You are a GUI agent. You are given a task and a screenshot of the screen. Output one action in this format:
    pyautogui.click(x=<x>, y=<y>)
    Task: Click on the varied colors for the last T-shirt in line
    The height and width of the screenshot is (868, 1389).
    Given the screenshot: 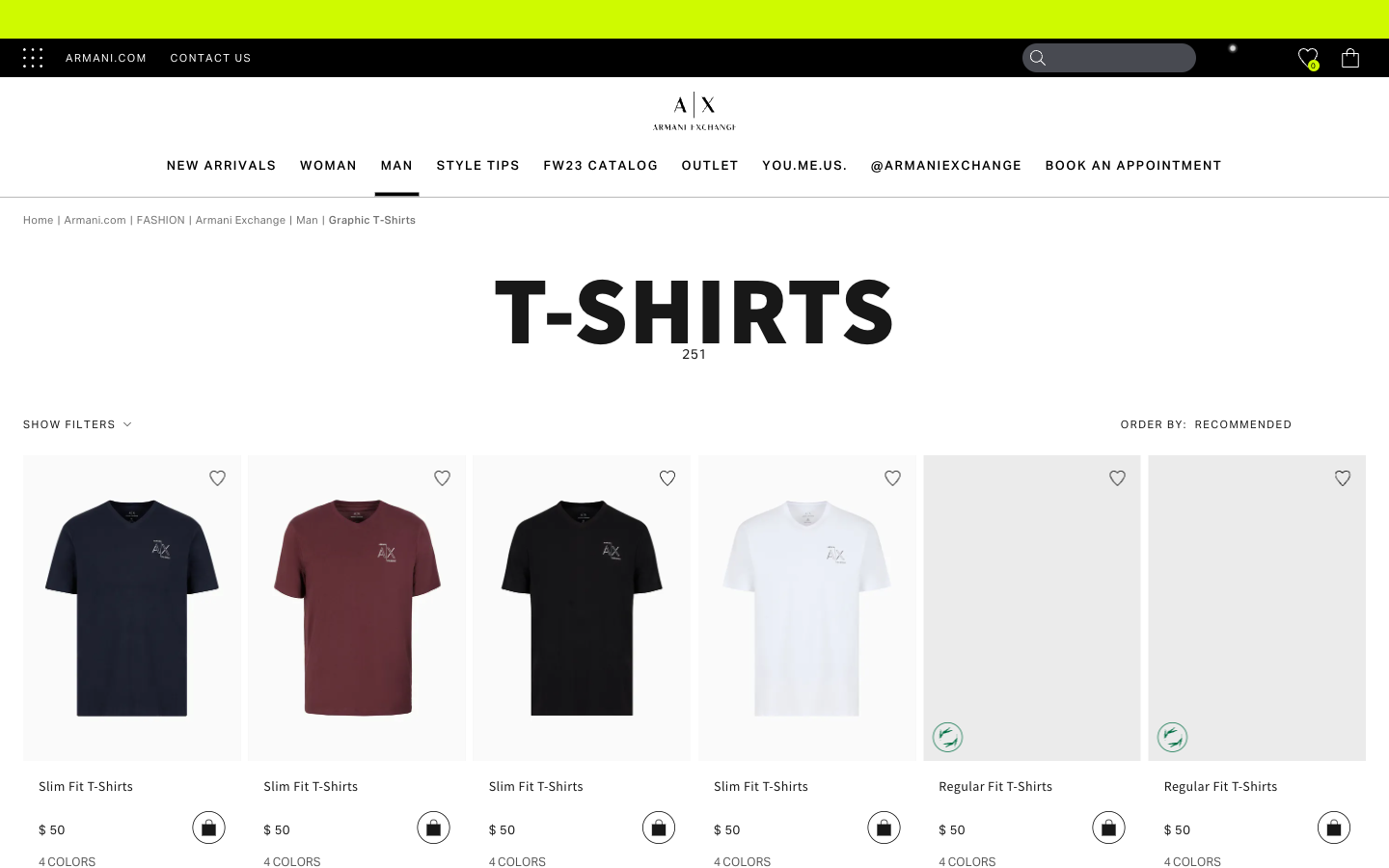 What is the action you would take?
    pyautogui.click(x=1191, y=860)
    